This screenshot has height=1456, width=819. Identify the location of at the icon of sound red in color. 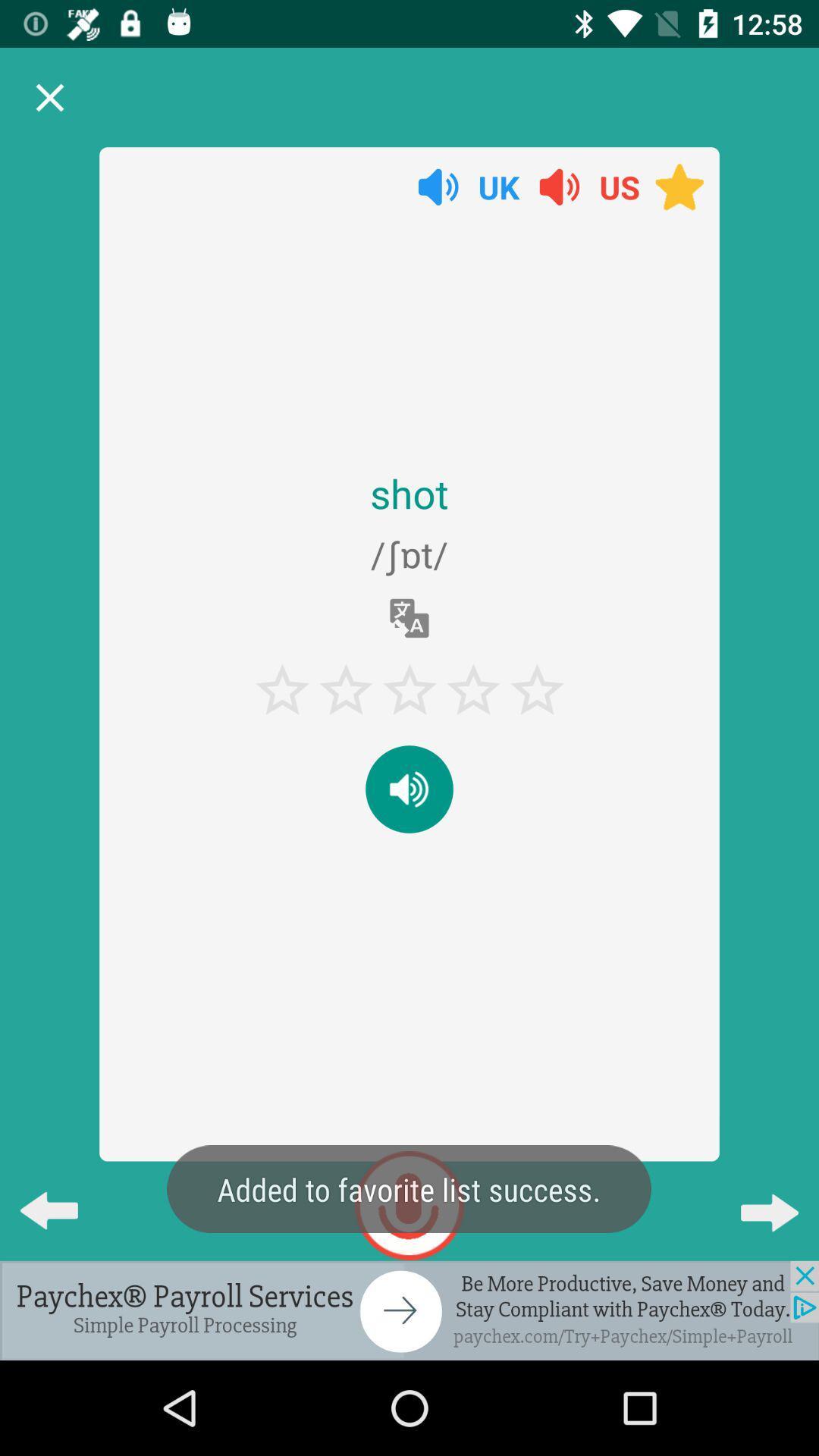
(560, 186).